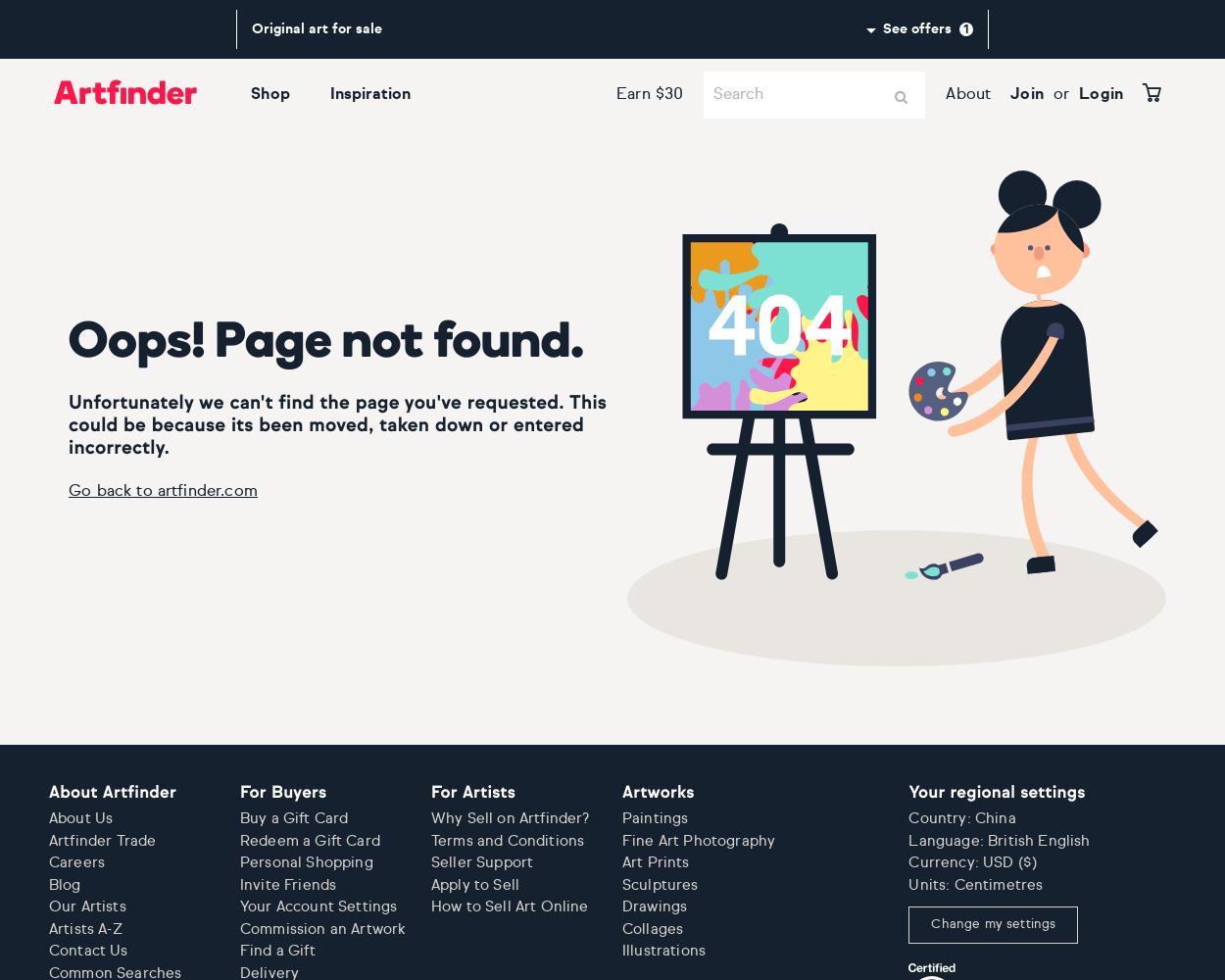 Image resolution: width=1225 pixels, height=980 pixels. Describe the element at coordinates (908, 817) in the screenshot. I see `'Country: China'` at that location.